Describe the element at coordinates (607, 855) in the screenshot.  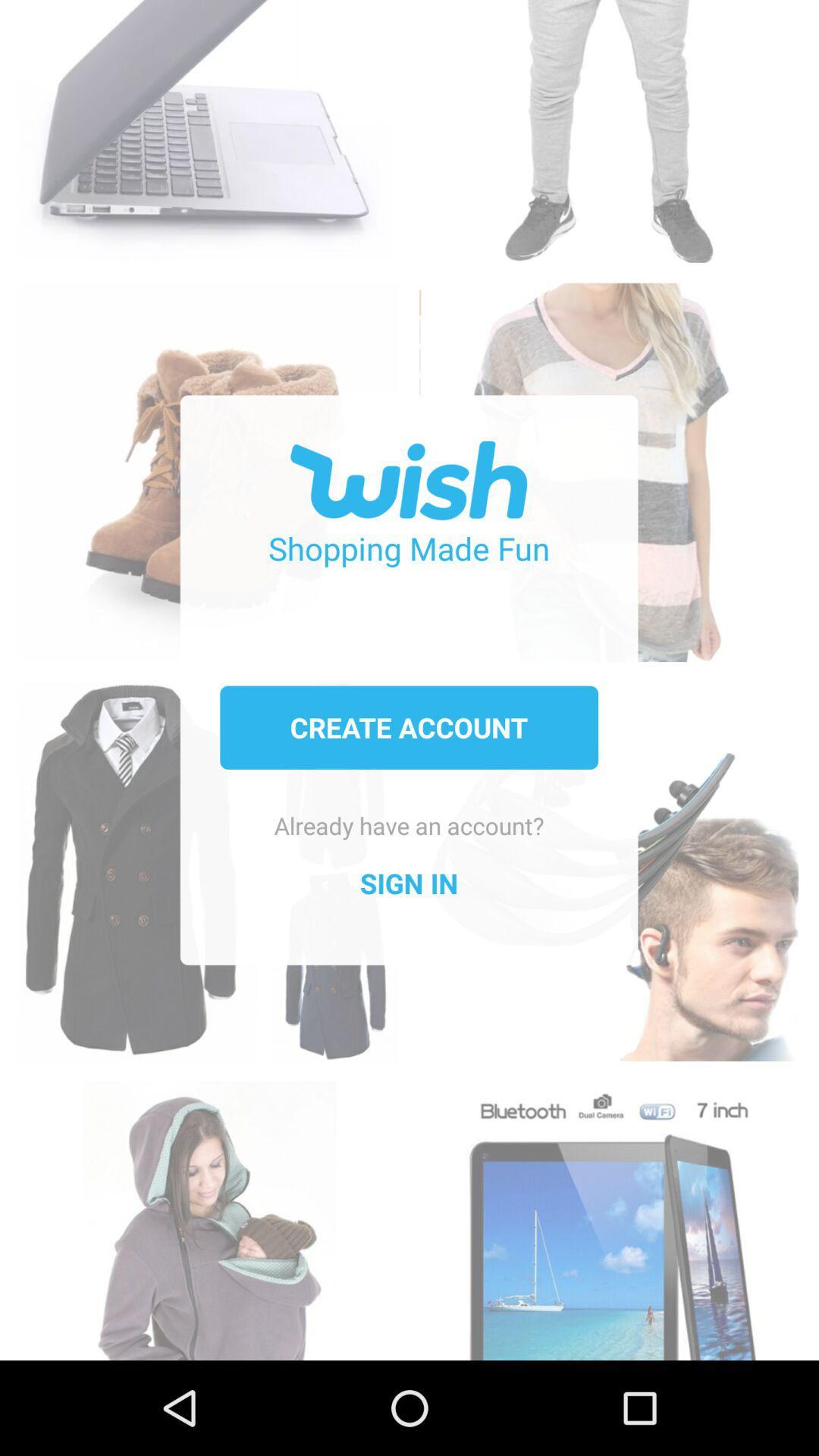
I see `item on the right` at that location.